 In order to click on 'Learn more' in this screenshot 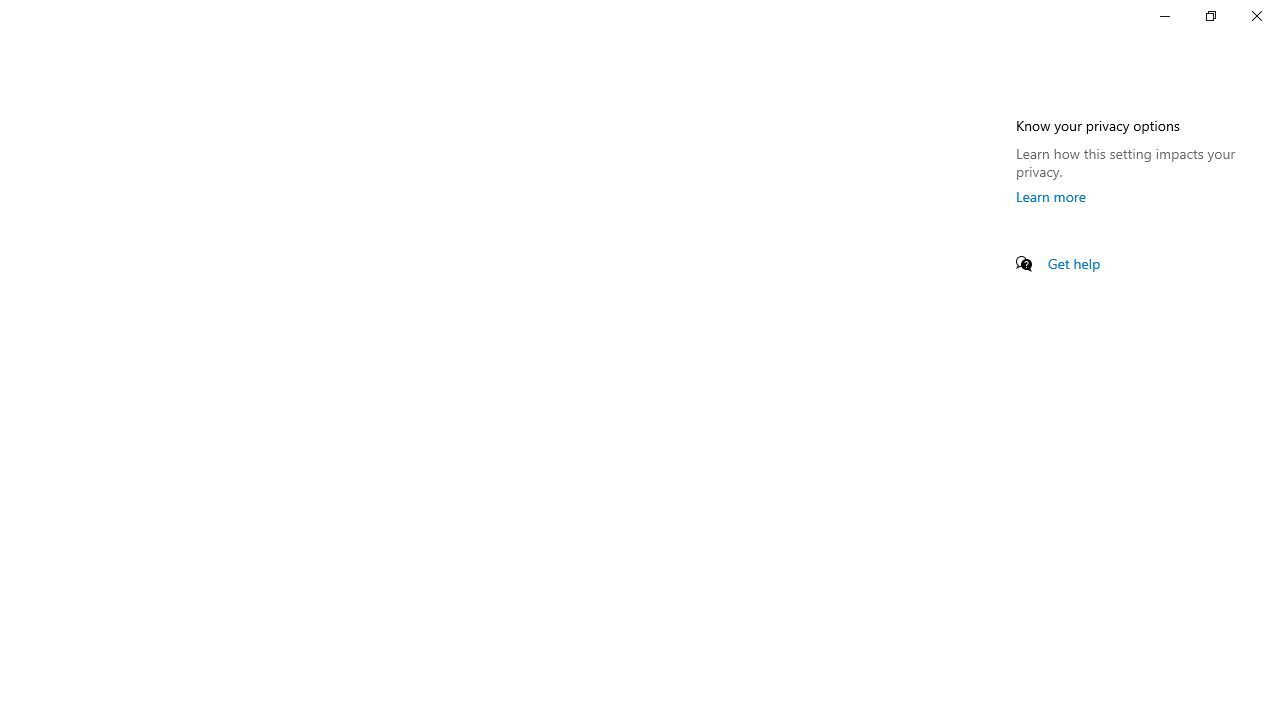, I will do `click(1050, 196)`.